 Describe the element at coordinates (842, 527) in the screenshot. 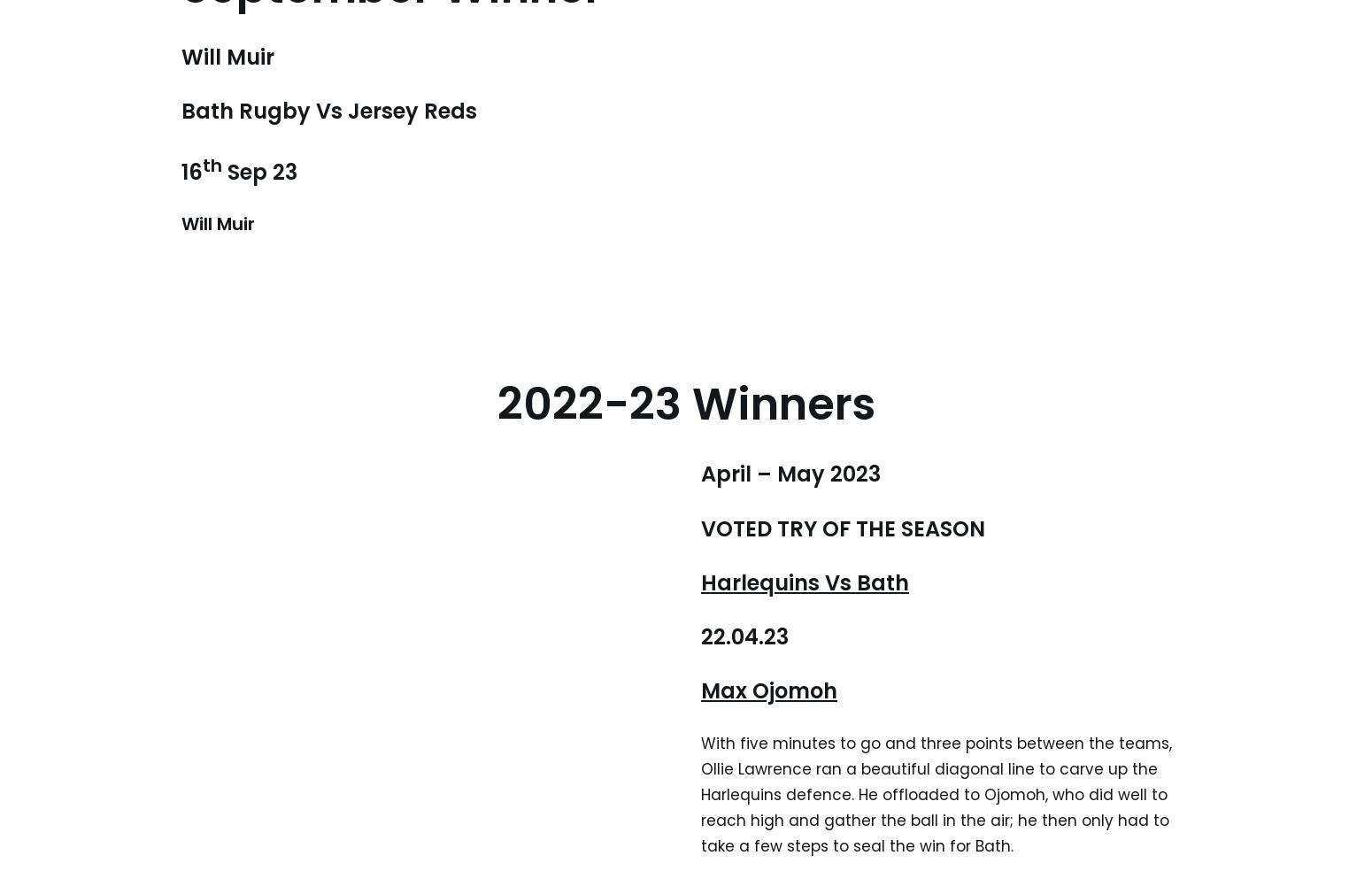

I see `'VOTED TRY OF THE SEASON'` at that location.